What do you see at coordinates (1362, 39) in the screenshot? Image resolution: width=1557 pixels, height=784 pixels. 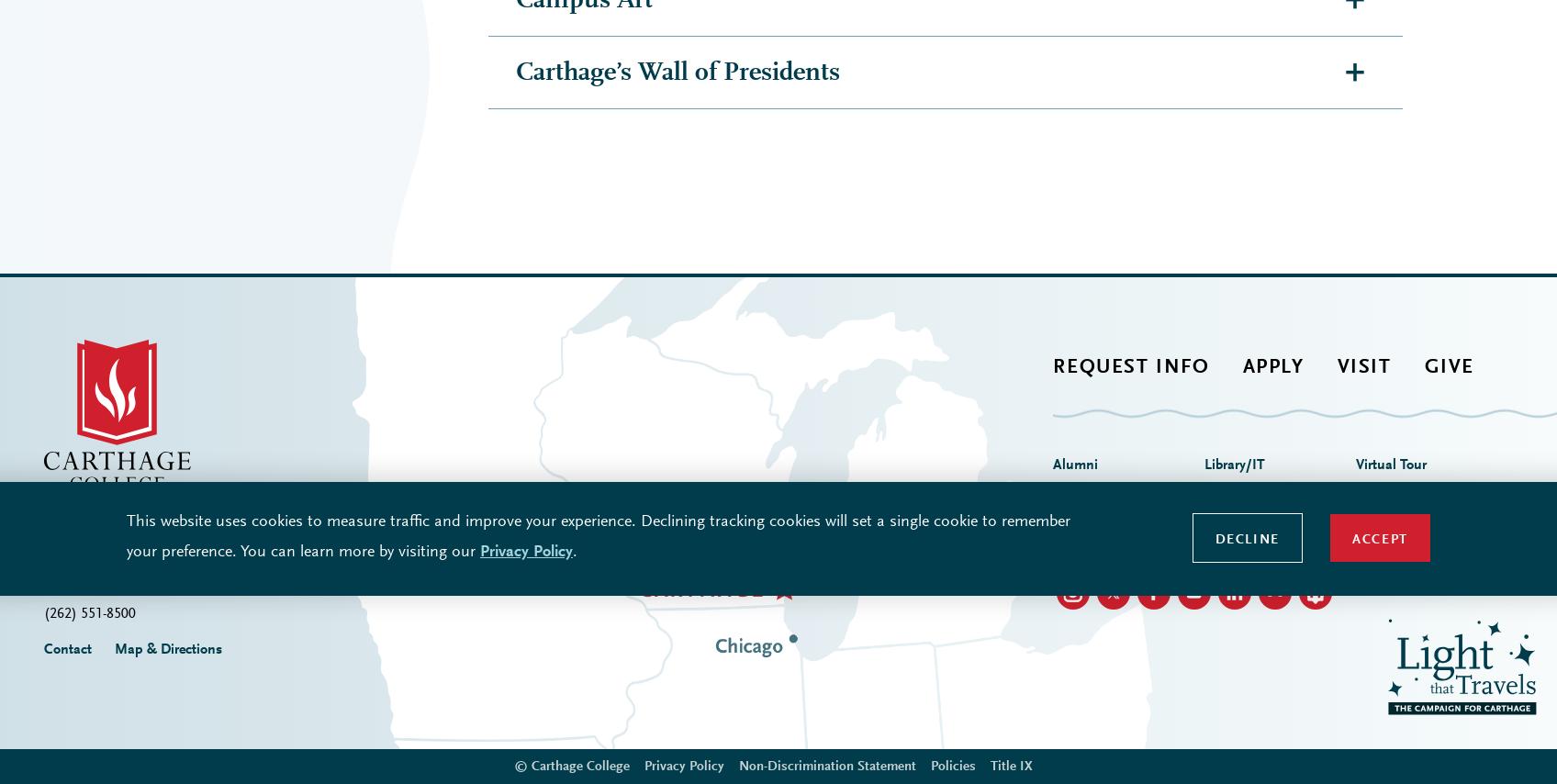 I see `'Visit'` at bounding box center [1362, 39].